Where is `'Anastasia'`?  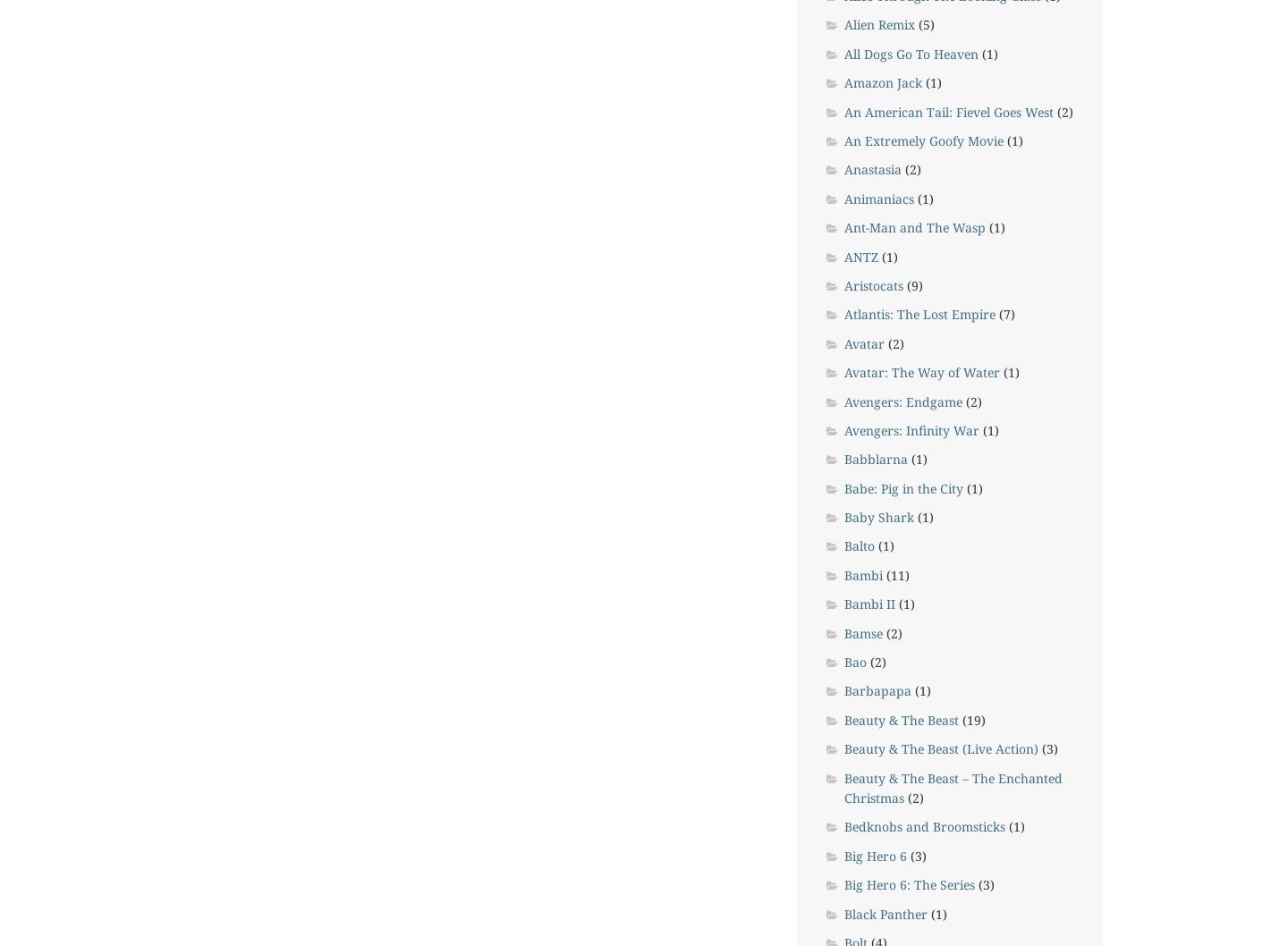
'Anastasia' is located at coordinates (871, 169).